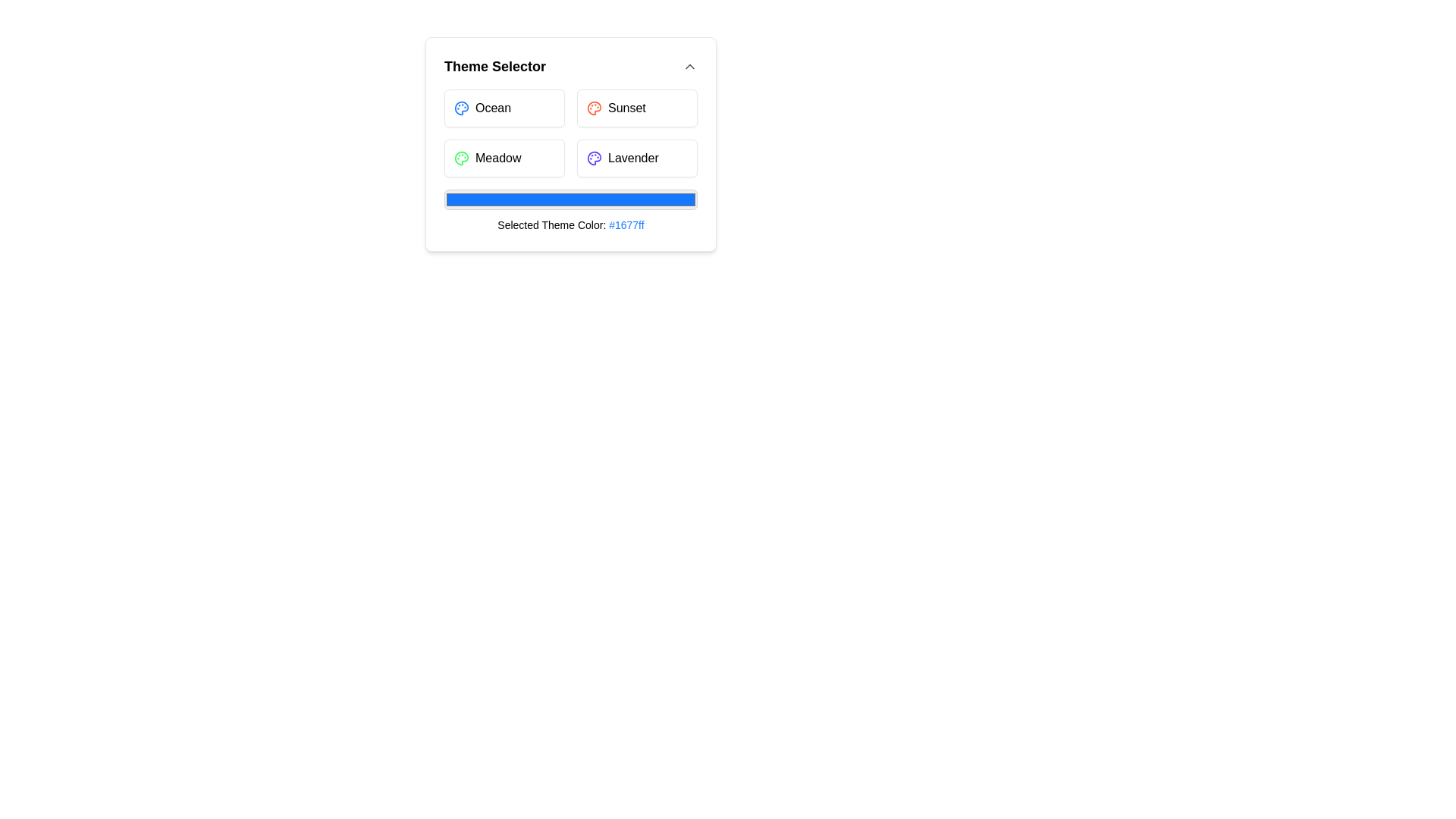  What do you see at coordinates (626, 225) in the screenshot?
I see `color code value displayed as '#1677ff' in blue color, which is part of the theme selector module below the horizontal blue bar and theme selection buttons` at bounding box center [626, 225].